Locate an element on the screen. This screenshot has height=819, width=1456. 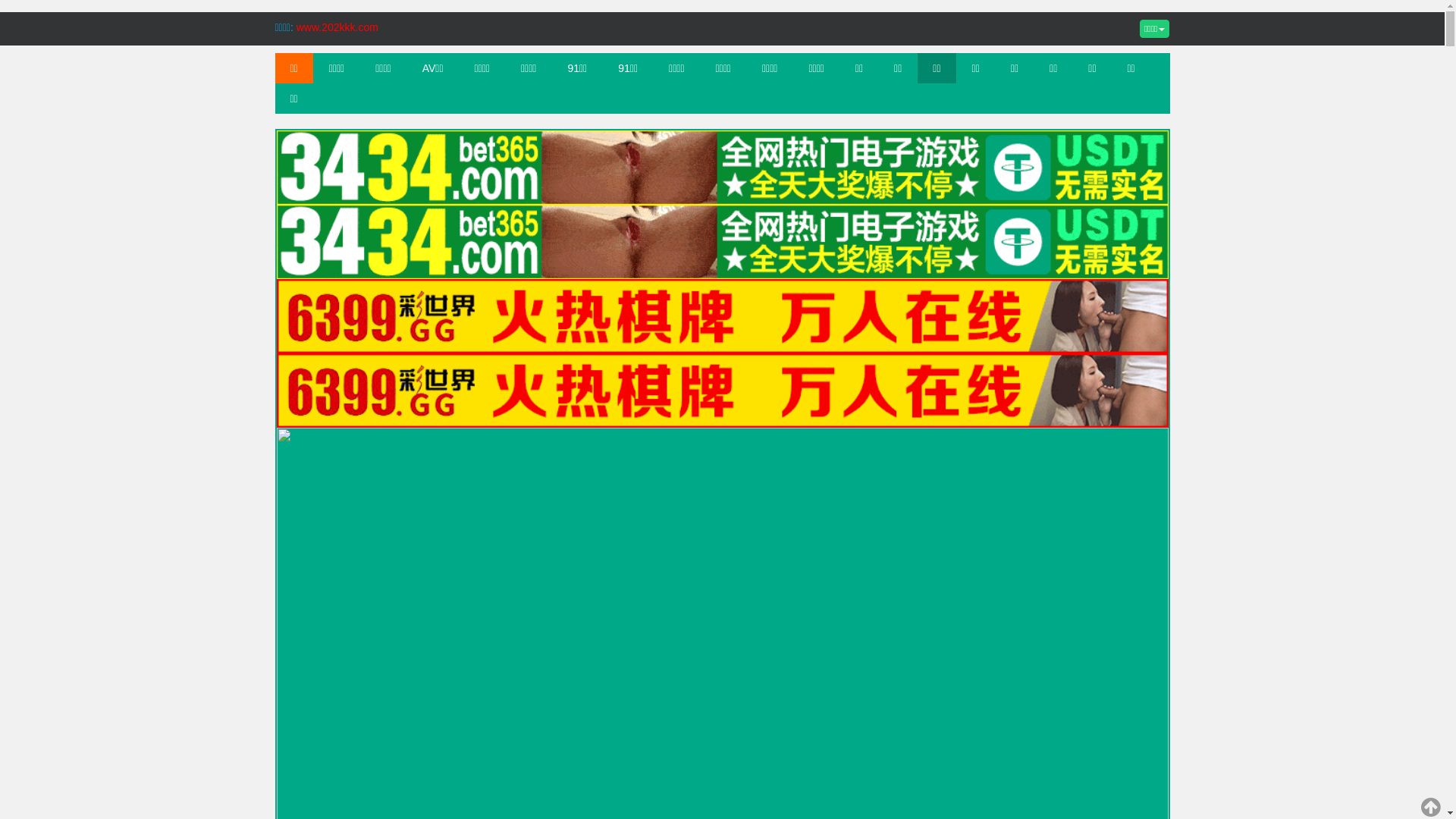
'www.202kkk.com' is located at coordinates (337, 27).